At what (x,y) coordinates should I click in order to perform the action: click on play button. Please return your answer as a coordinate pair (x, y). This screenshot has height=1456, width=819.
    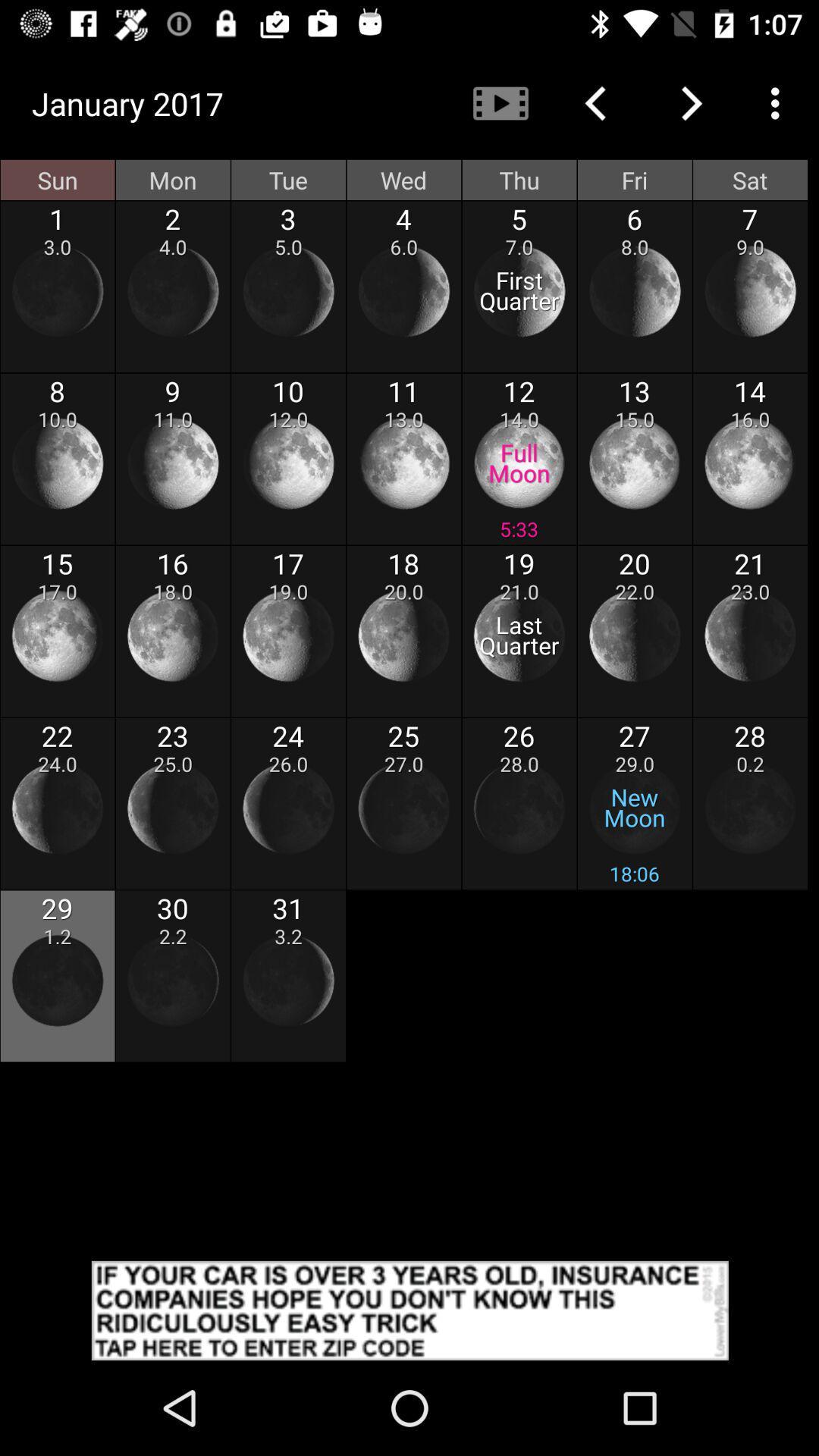
    Looking at the image, I should click on (409, 1310).